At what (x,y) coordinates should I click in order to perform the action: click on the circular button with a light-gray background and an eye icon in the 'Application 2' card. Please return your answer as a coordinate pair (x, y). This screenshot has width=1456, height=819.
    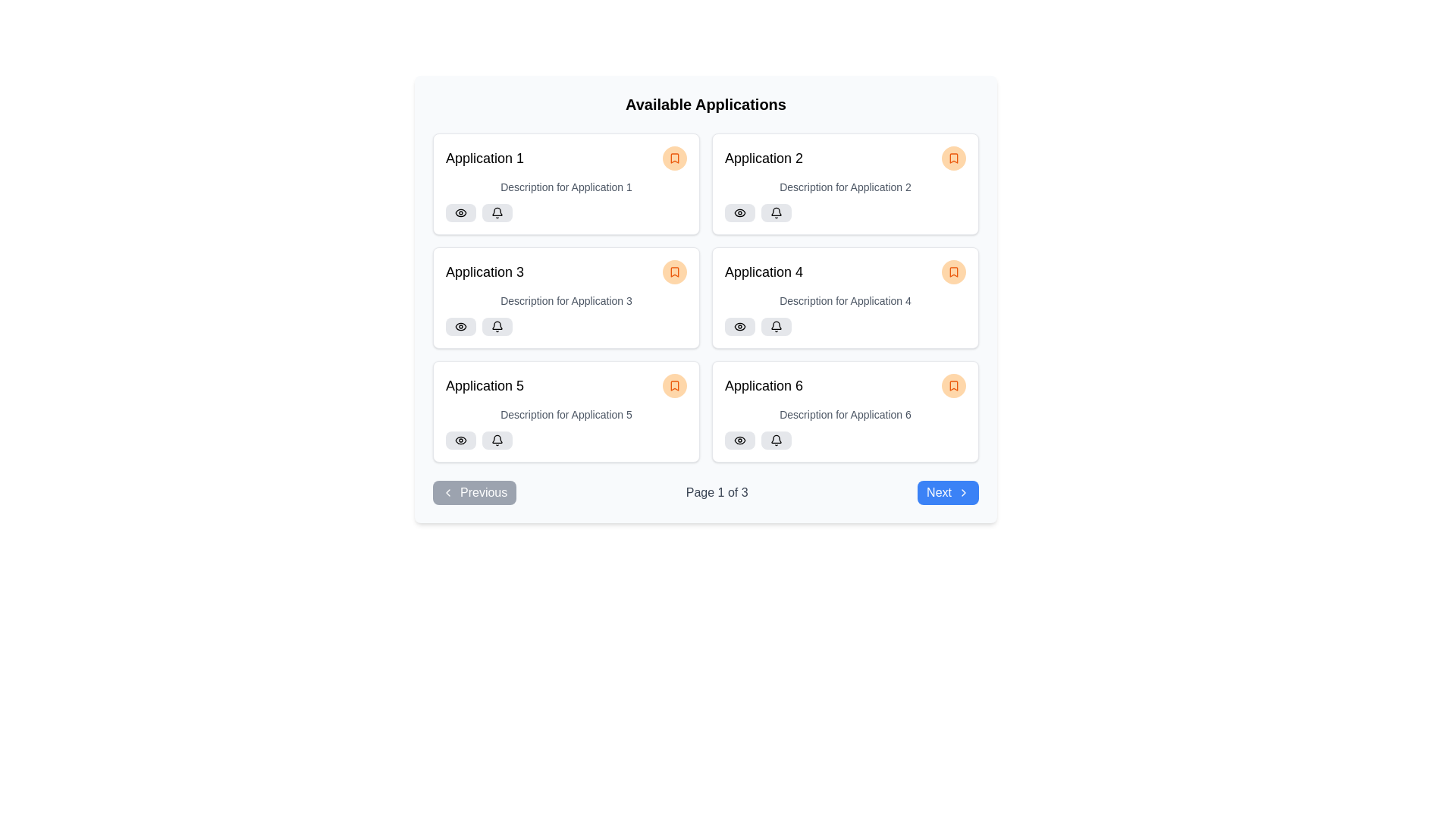
    Looking at the image, I should click on (739, 213).